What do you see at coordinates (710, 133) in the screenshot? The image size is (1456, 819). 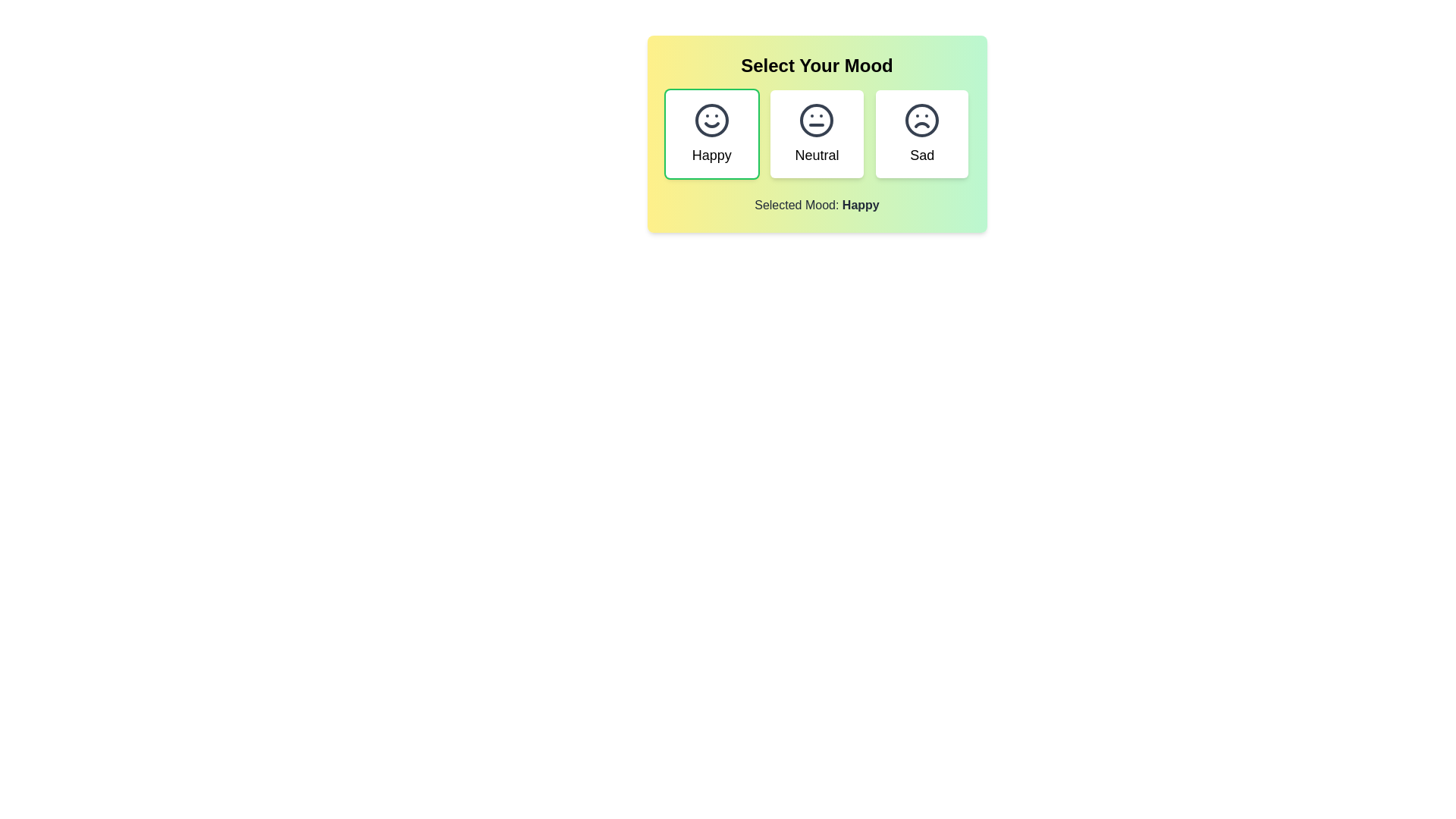 I see `the 'Happy' mood selectable card located in the top-left corner of the grid layout` at bounding box center [710, 133].